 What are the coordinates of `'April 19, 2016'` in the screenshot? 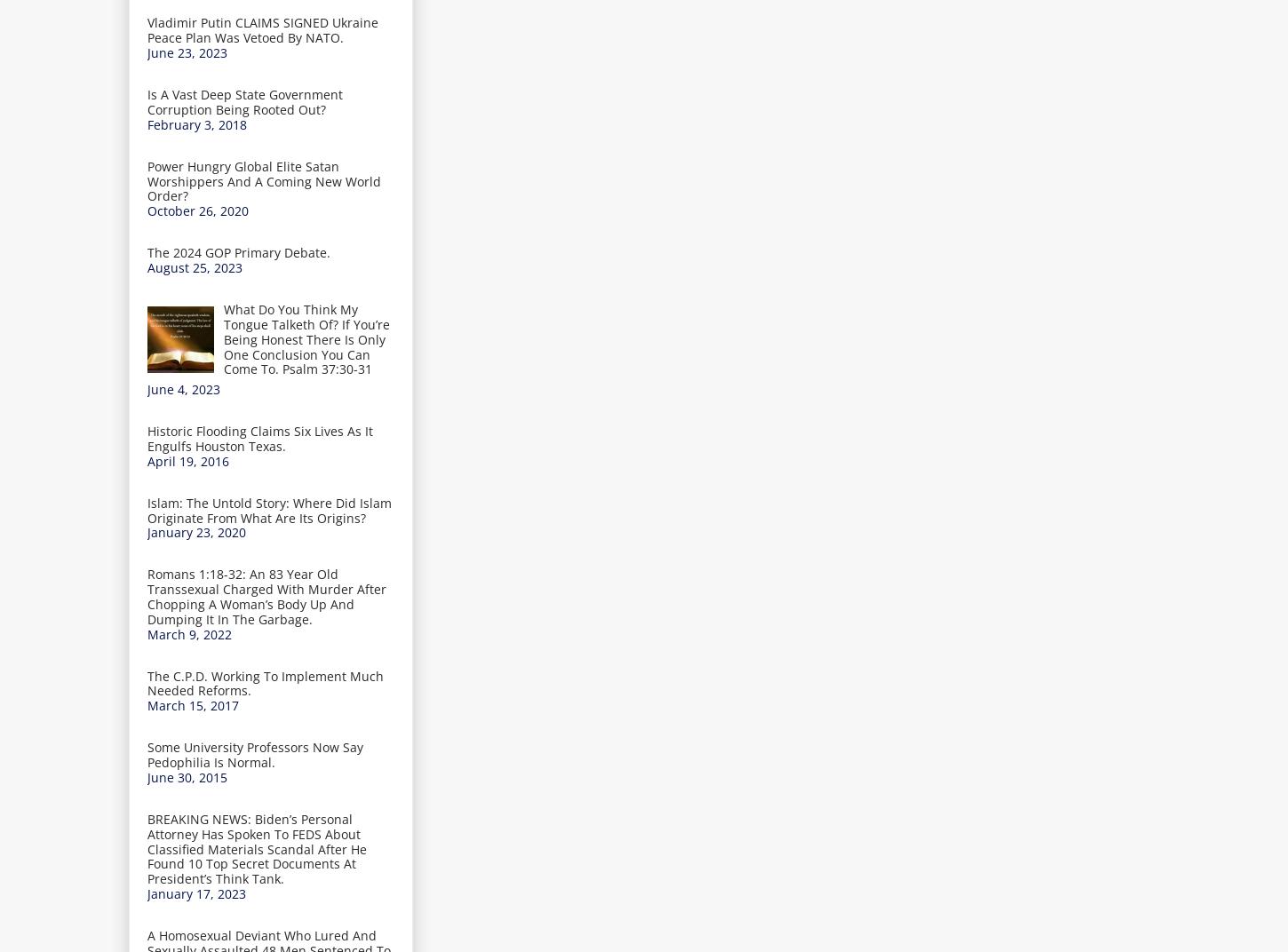 It's located at (147, 460).